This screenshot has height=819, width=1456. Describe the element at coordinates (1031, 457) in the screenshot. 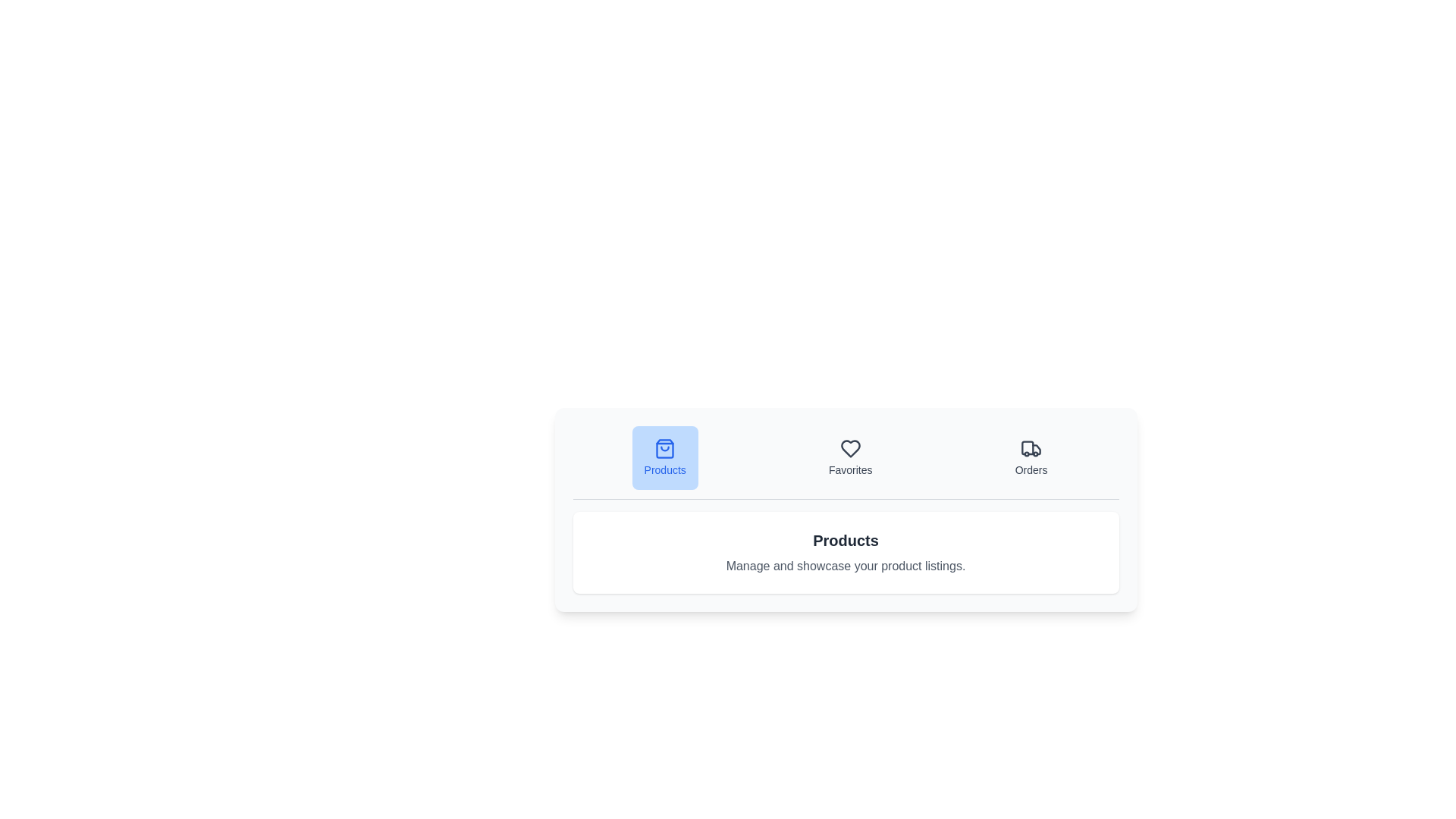

I see `the Orders tab by clicking its button` at that location.